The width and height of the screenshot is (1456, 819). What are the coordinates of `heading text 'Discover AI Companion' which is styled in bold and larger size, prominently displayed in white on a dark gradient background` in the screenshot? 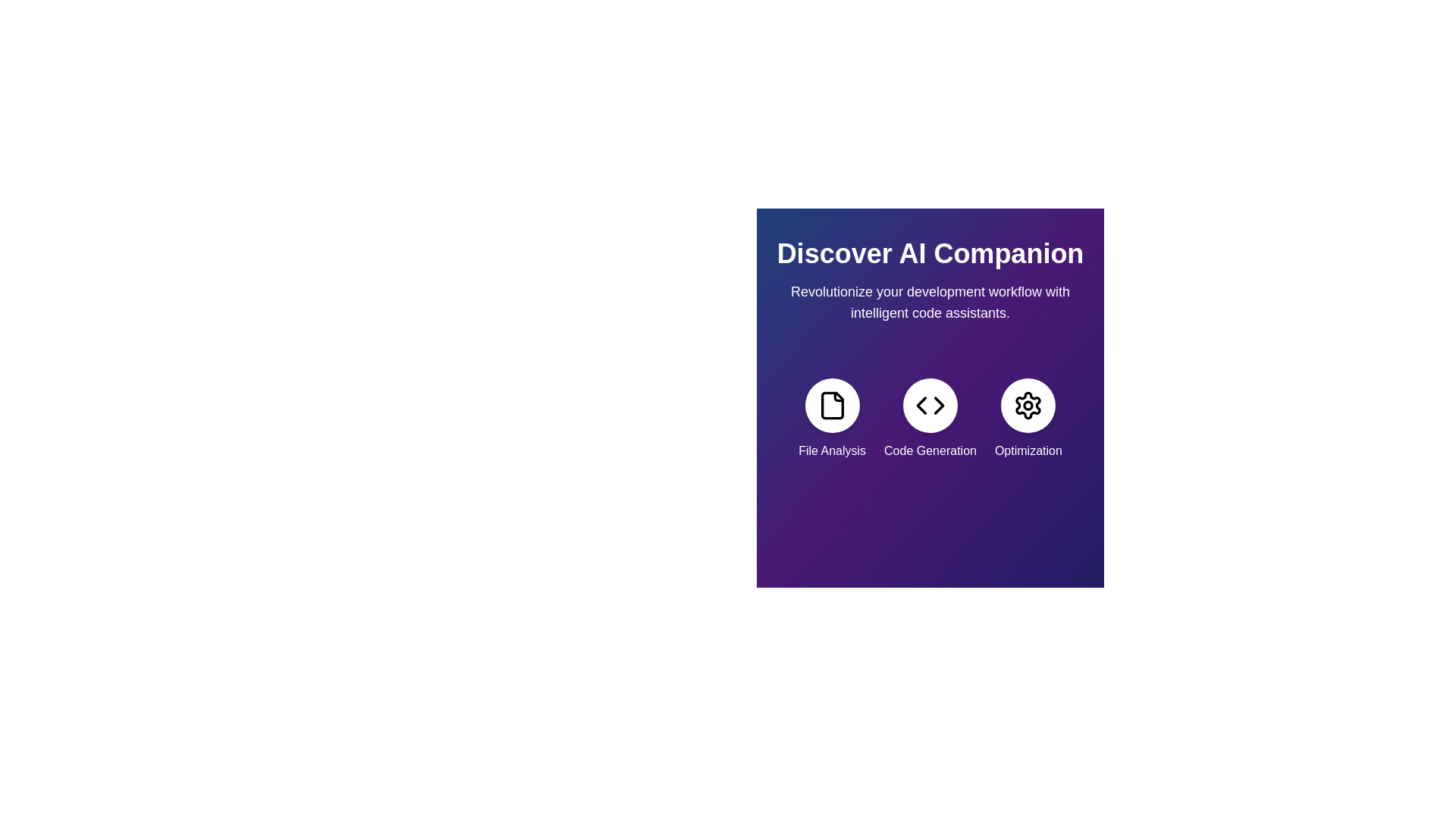 It's located at (930, 253).